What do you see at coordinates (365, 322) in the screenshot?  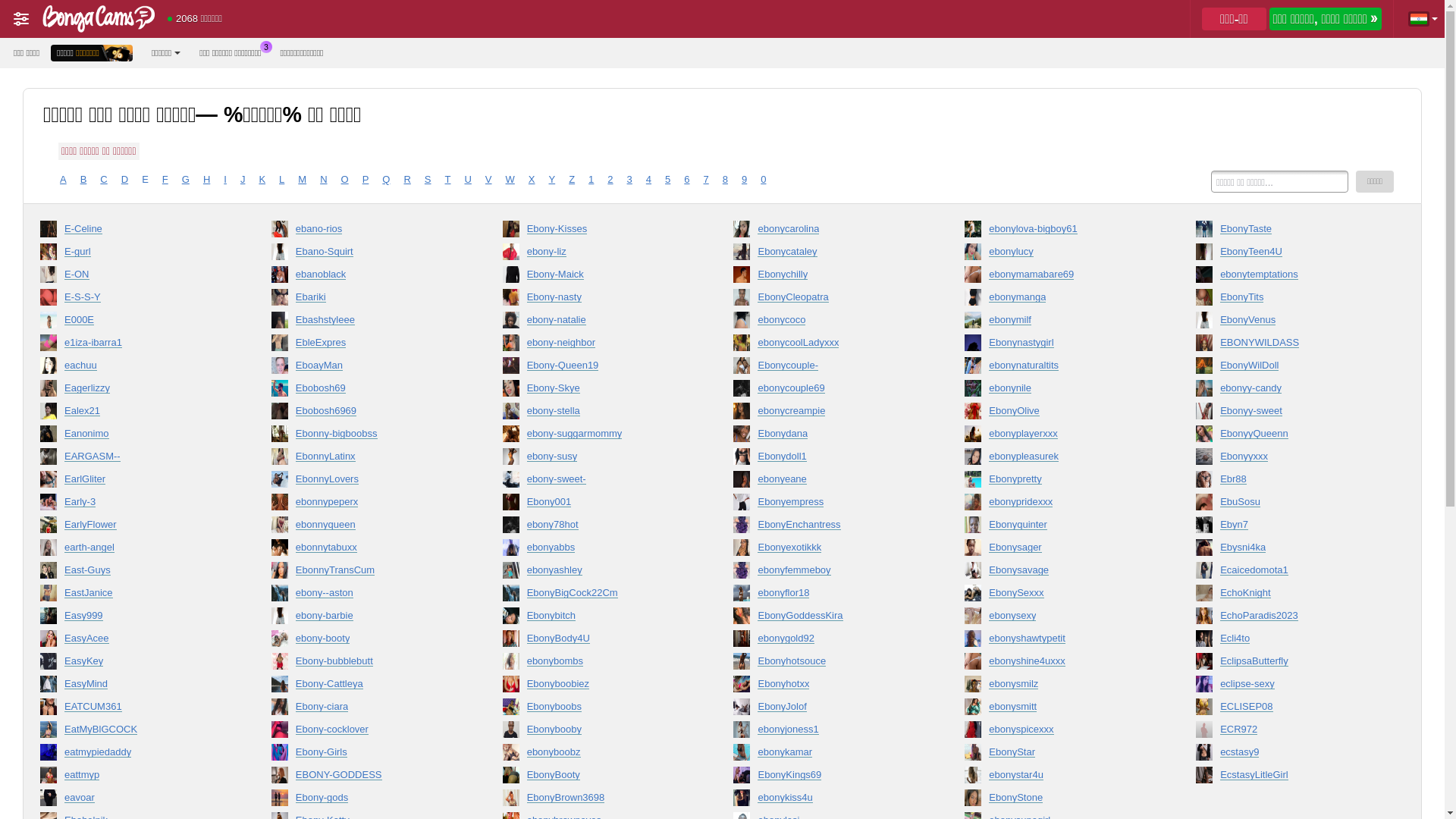 I see `'Ebashstyleee'` at bounding box center [365, 322].